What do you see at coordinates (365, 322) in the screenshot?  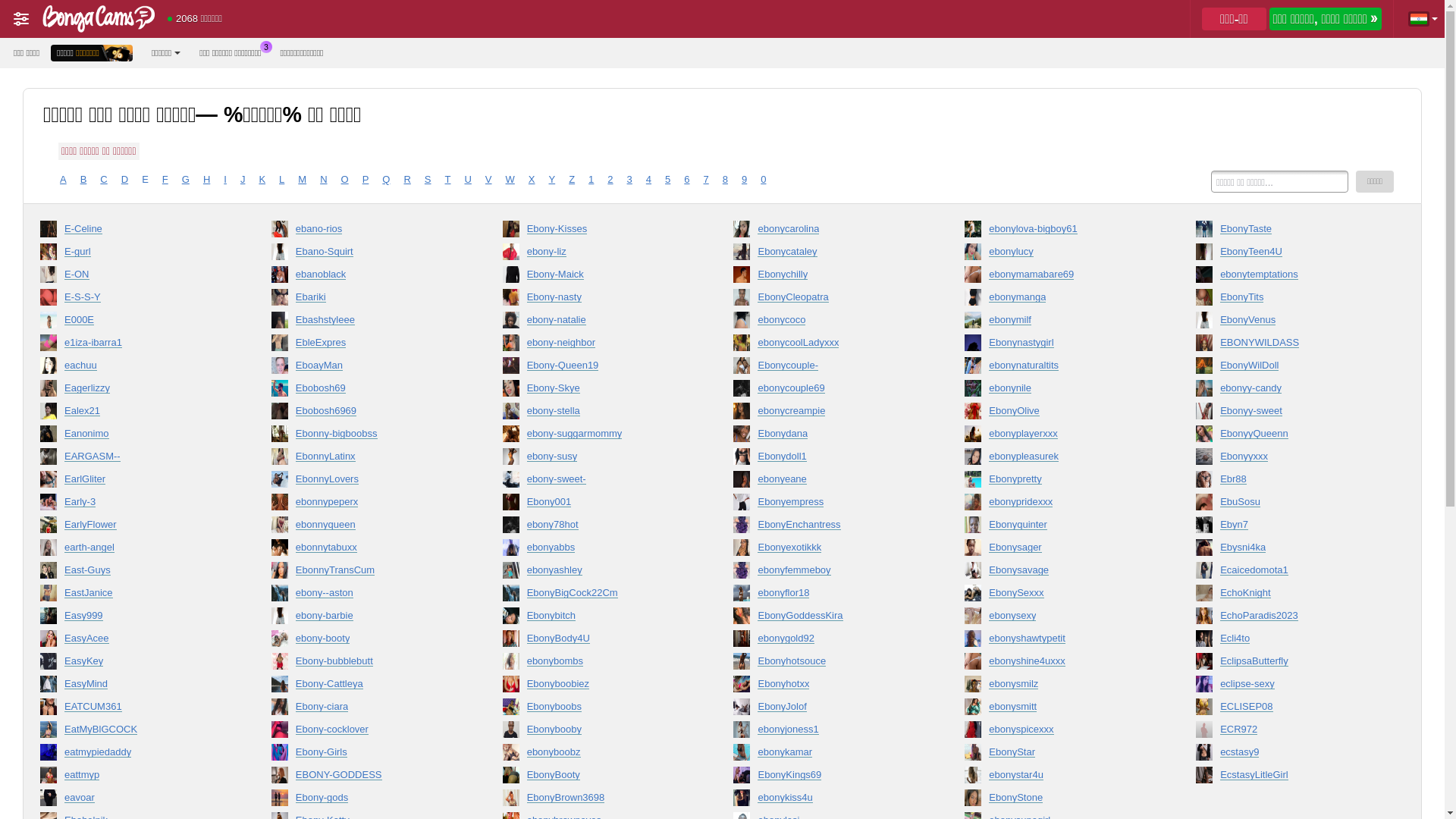 I see `'Ebashstyleee'` at bounding box center [365, 322].